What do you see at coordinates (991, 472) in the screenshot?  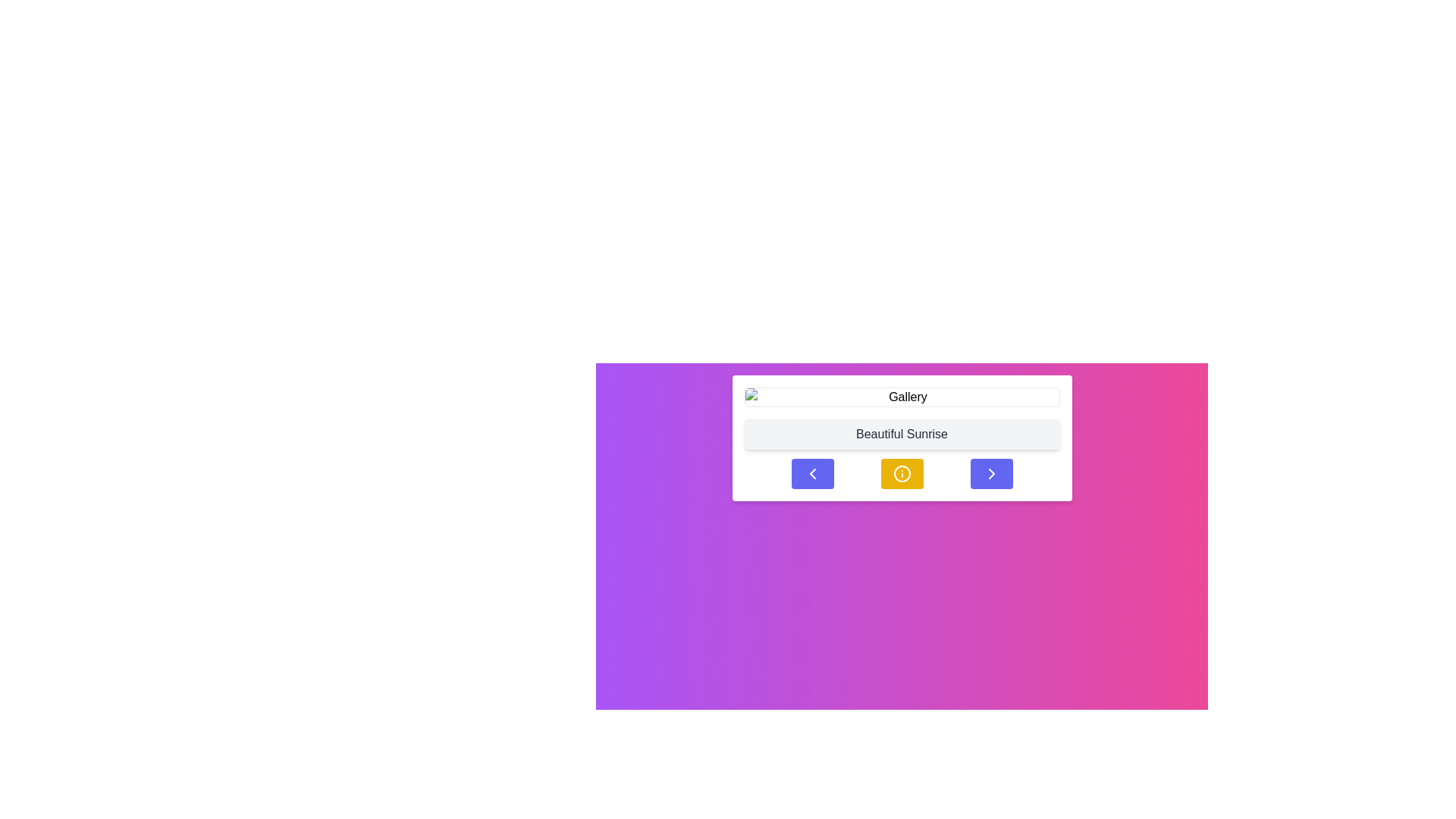 I see `the fourth blue rounded rectangular button with a white right arrow located in the lower section of a card-like layout` at bounding box center [991, 472].